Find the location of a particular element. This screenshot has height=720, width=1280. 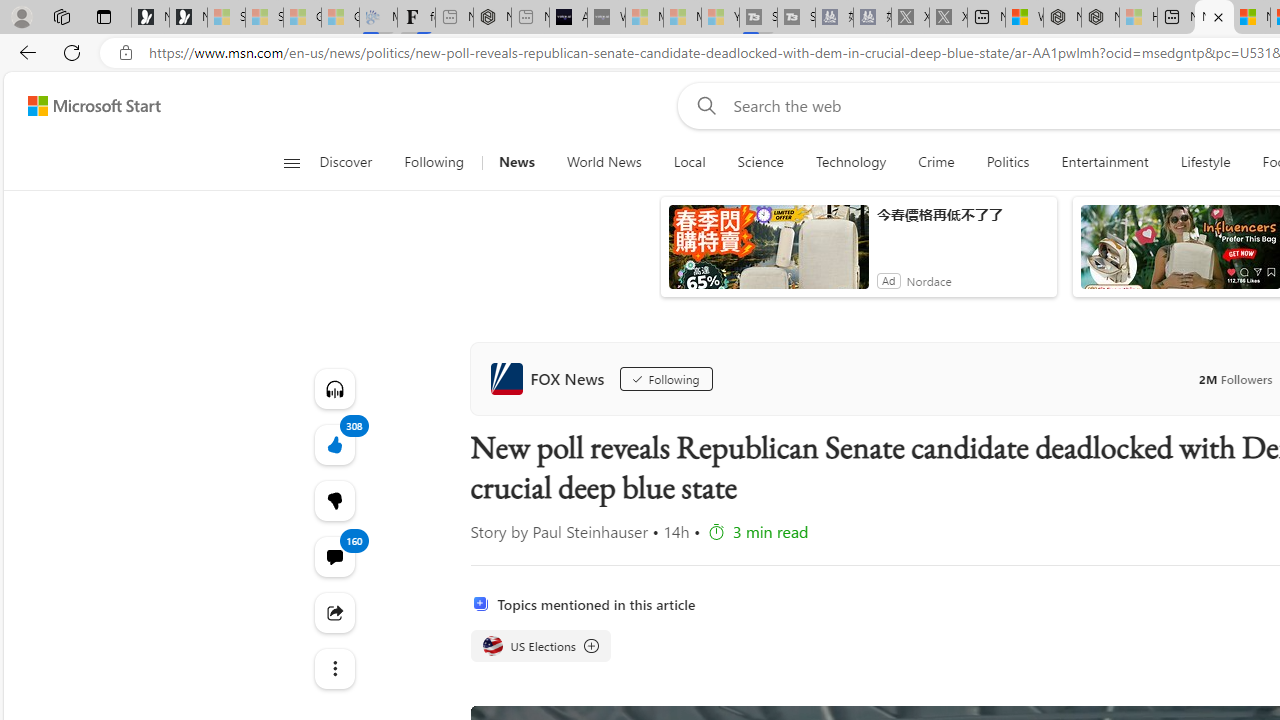

'AI Voice Changer for PC and Mac - Voice.ai' is located at coordinates (567, 17).